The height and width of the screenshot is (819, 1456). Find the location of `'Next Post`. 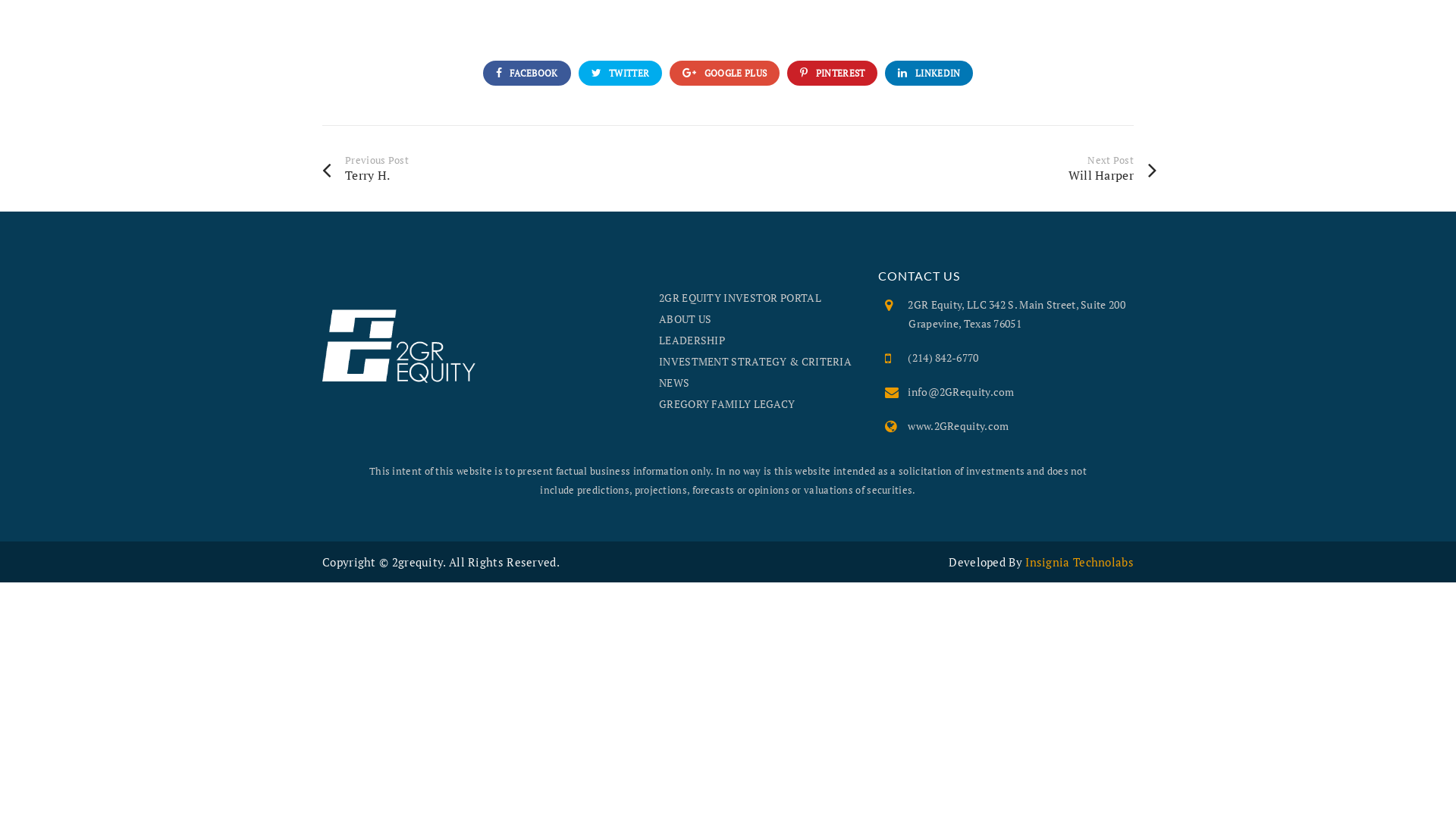

'Next Post is located at coordinates (952, 168).